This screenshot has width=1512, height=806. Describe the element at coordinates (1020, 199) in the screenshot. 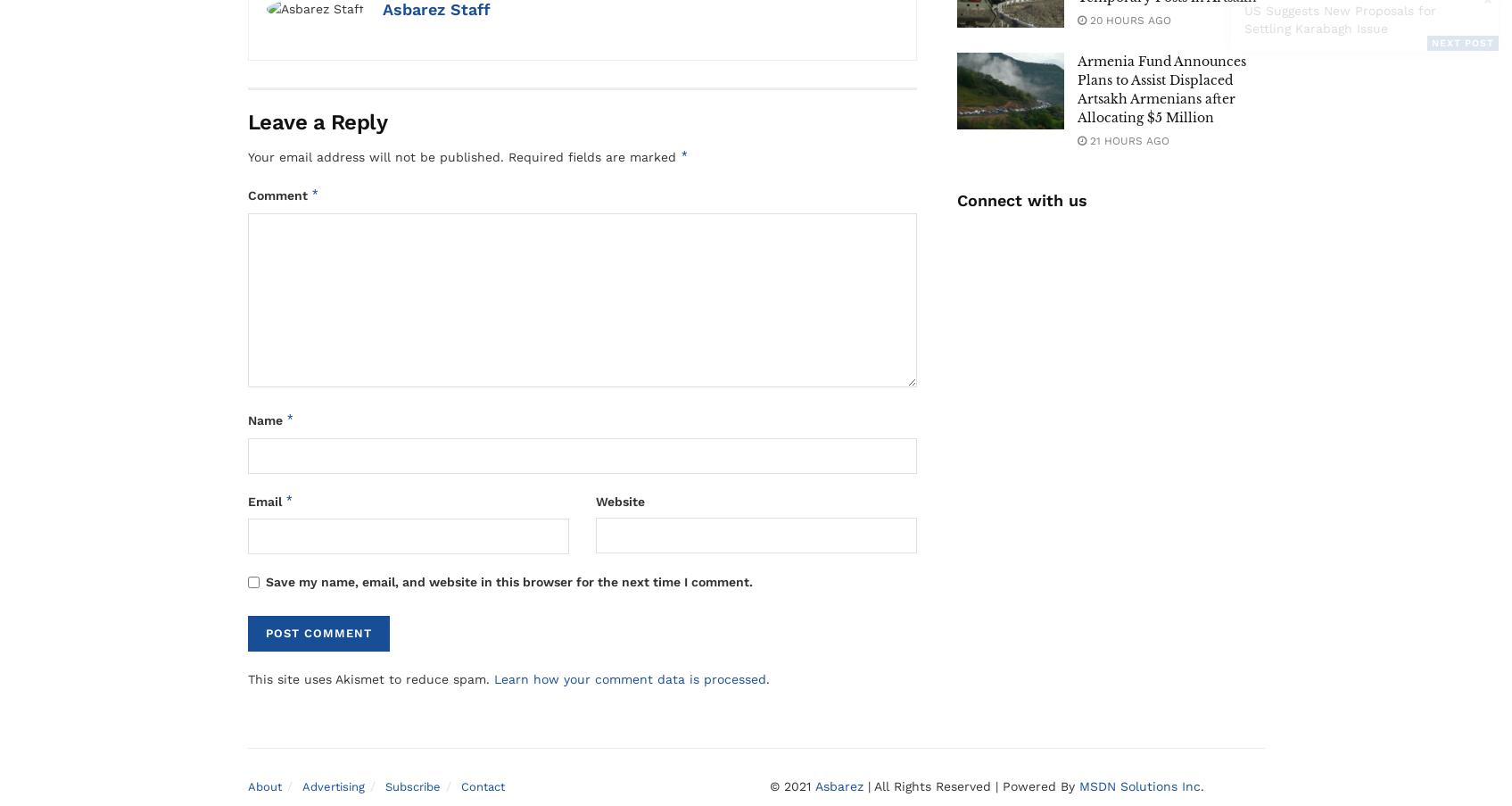

I see `'Connect with us'` at that location.